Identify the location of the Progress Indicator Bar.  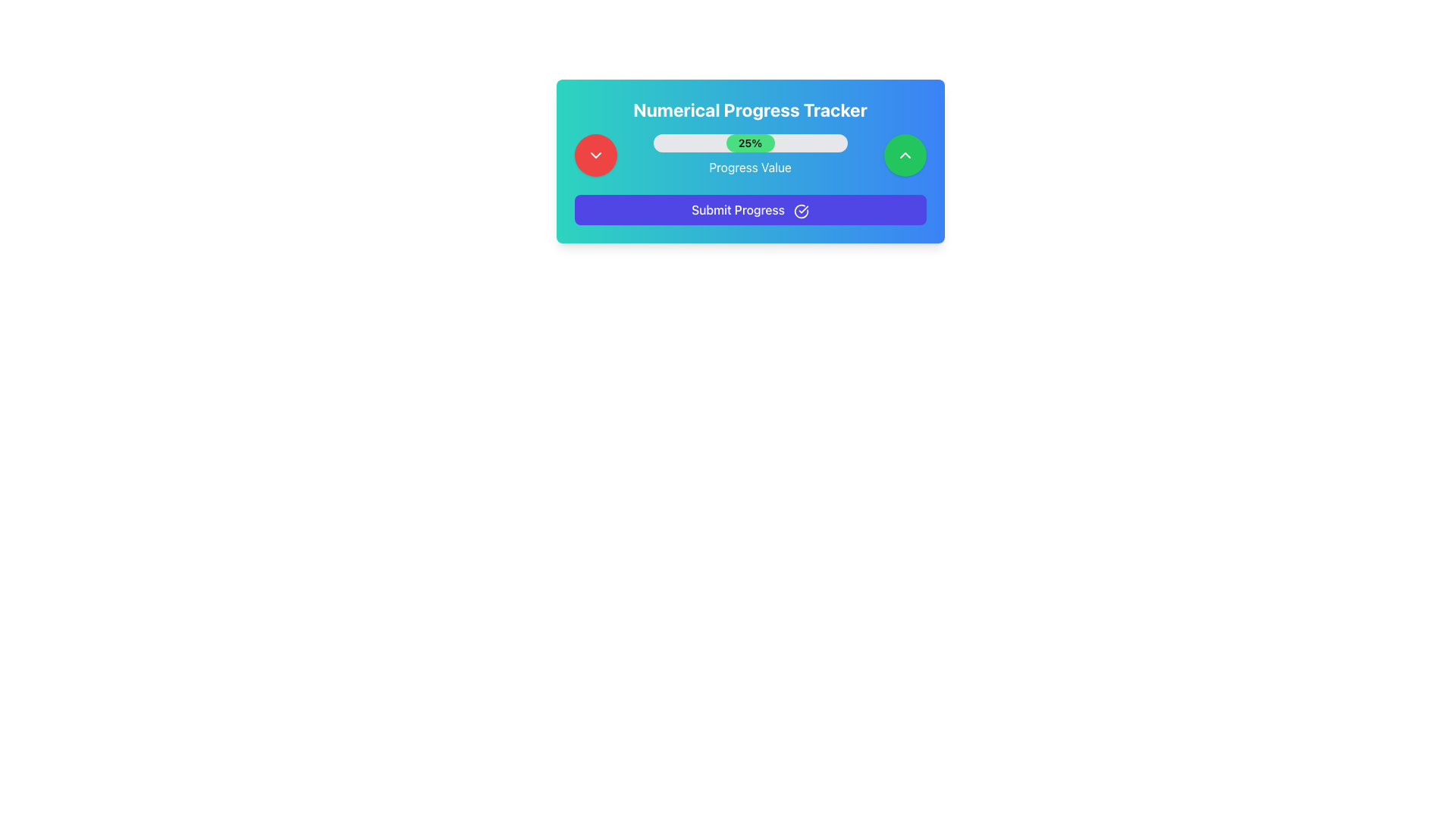
(750, 161).